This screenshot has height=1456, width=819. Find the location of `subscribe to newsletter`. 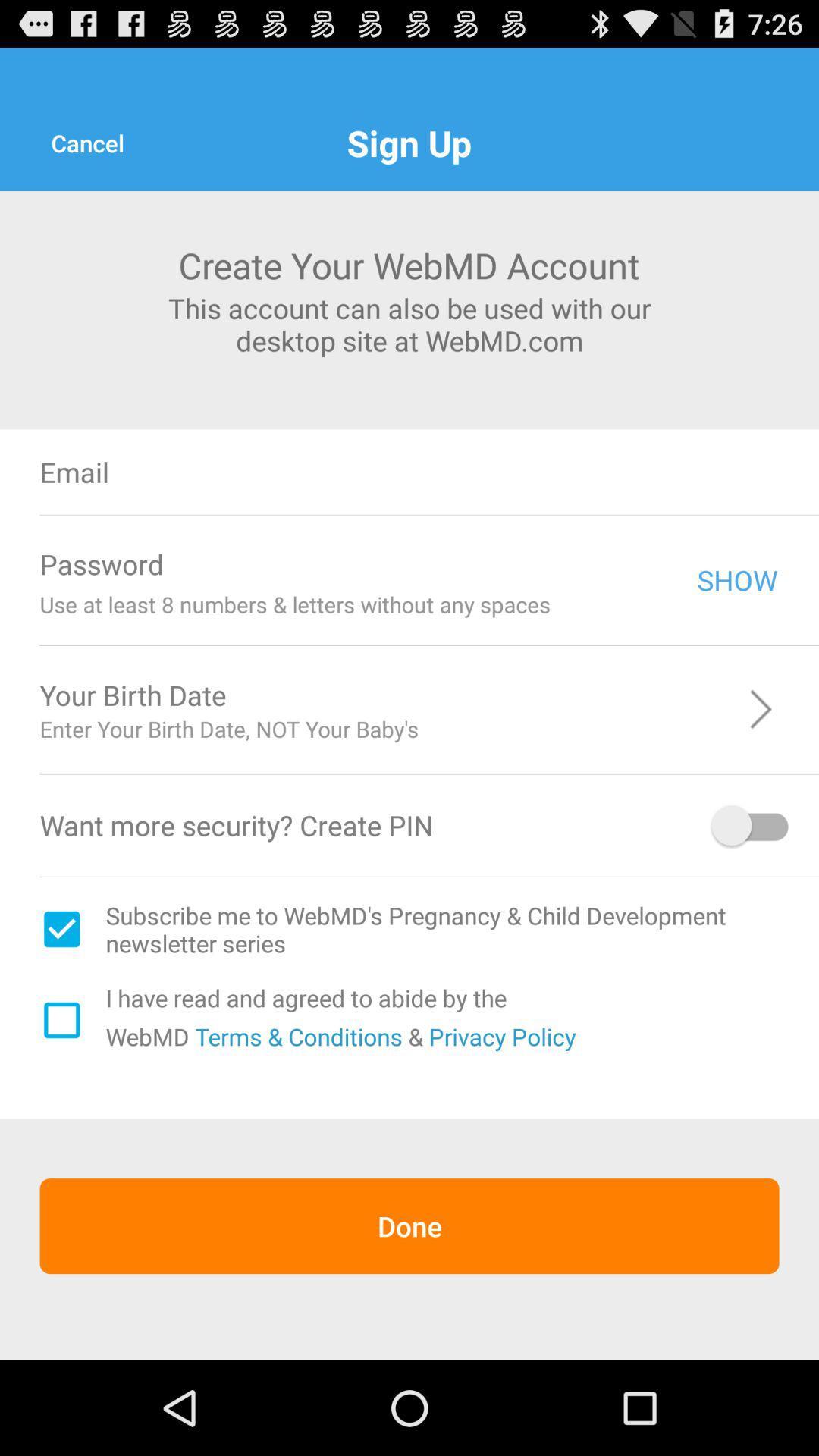

subscribe to newsletter is located at coordinates (61, 928).